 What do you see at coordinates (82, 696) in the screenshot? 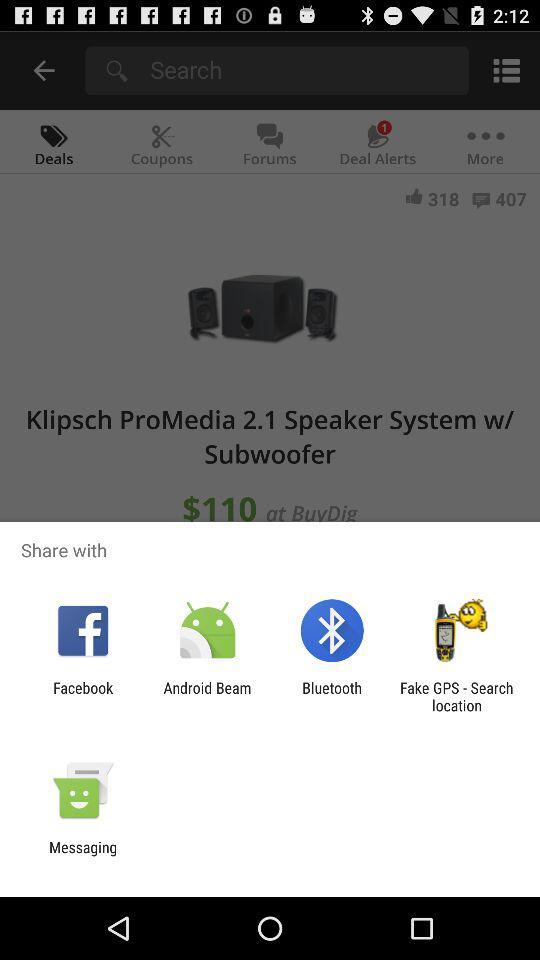
I see `the facebook icon` at bounding box center [82, 696].